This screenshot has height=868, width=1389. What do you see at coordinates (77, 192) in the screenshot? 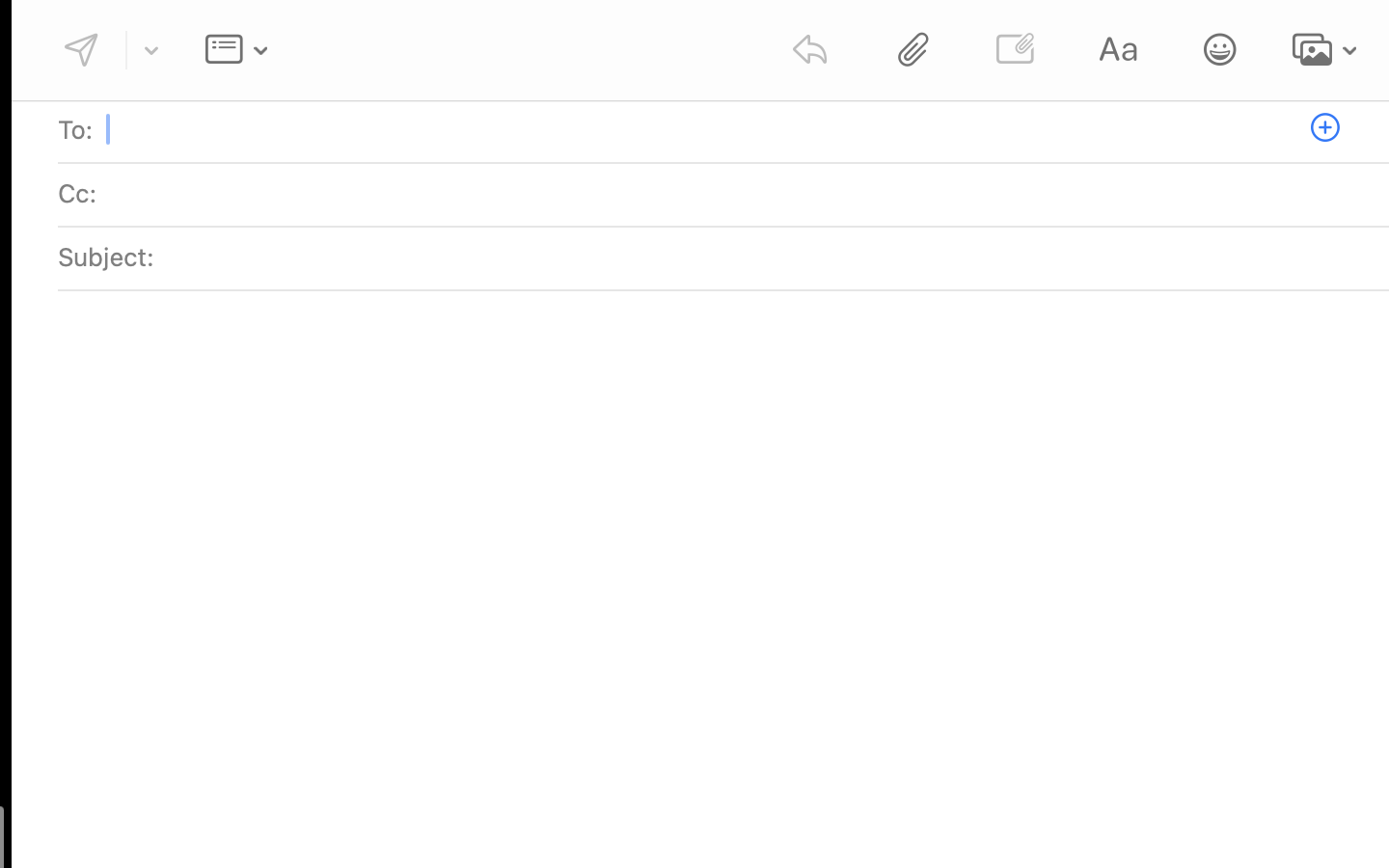
I see `'Cc:'` at bounding box center [77, 192].